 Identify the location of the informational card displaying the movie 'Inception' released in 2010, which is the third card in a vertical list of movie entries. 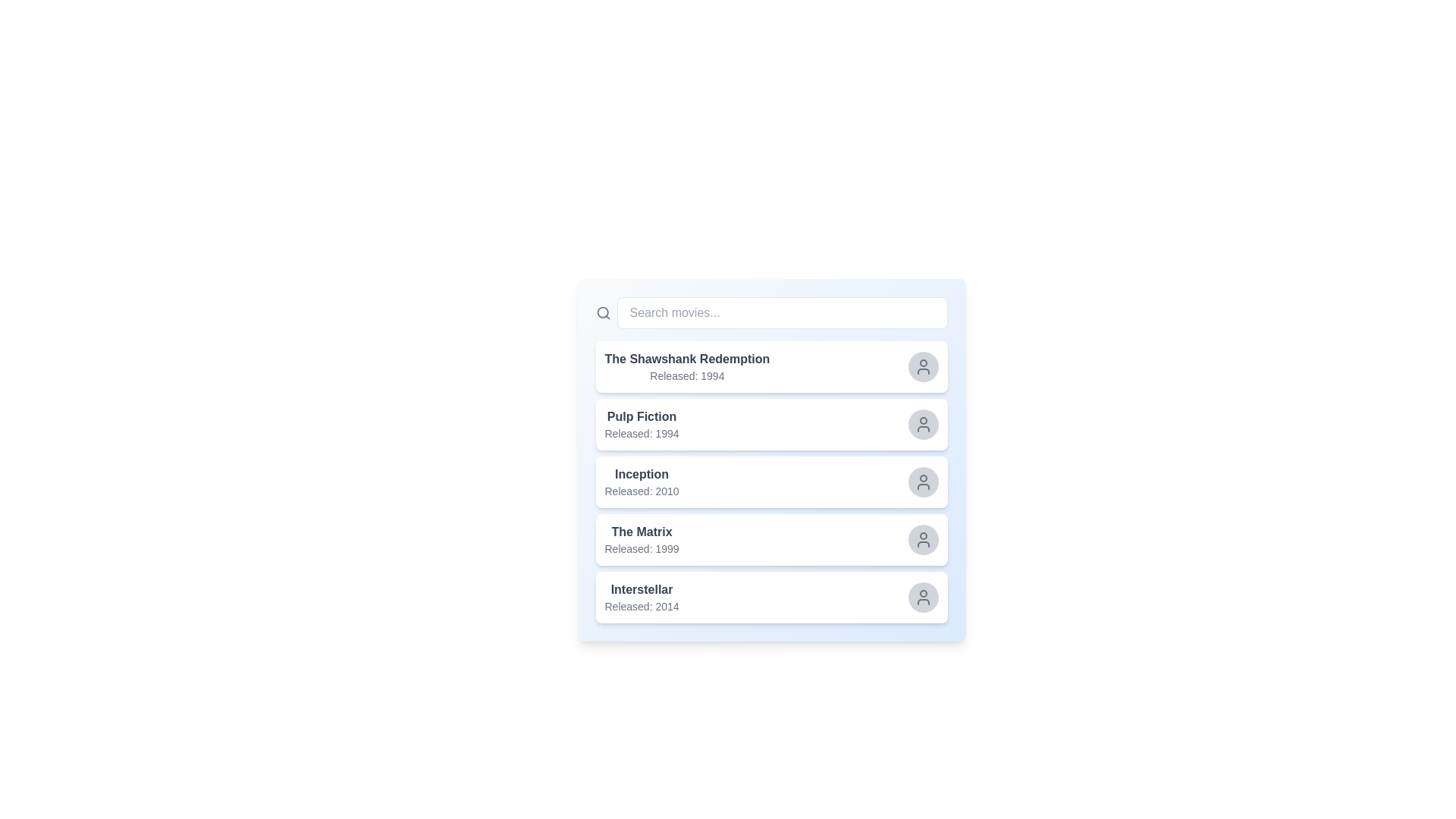
(771, 482).